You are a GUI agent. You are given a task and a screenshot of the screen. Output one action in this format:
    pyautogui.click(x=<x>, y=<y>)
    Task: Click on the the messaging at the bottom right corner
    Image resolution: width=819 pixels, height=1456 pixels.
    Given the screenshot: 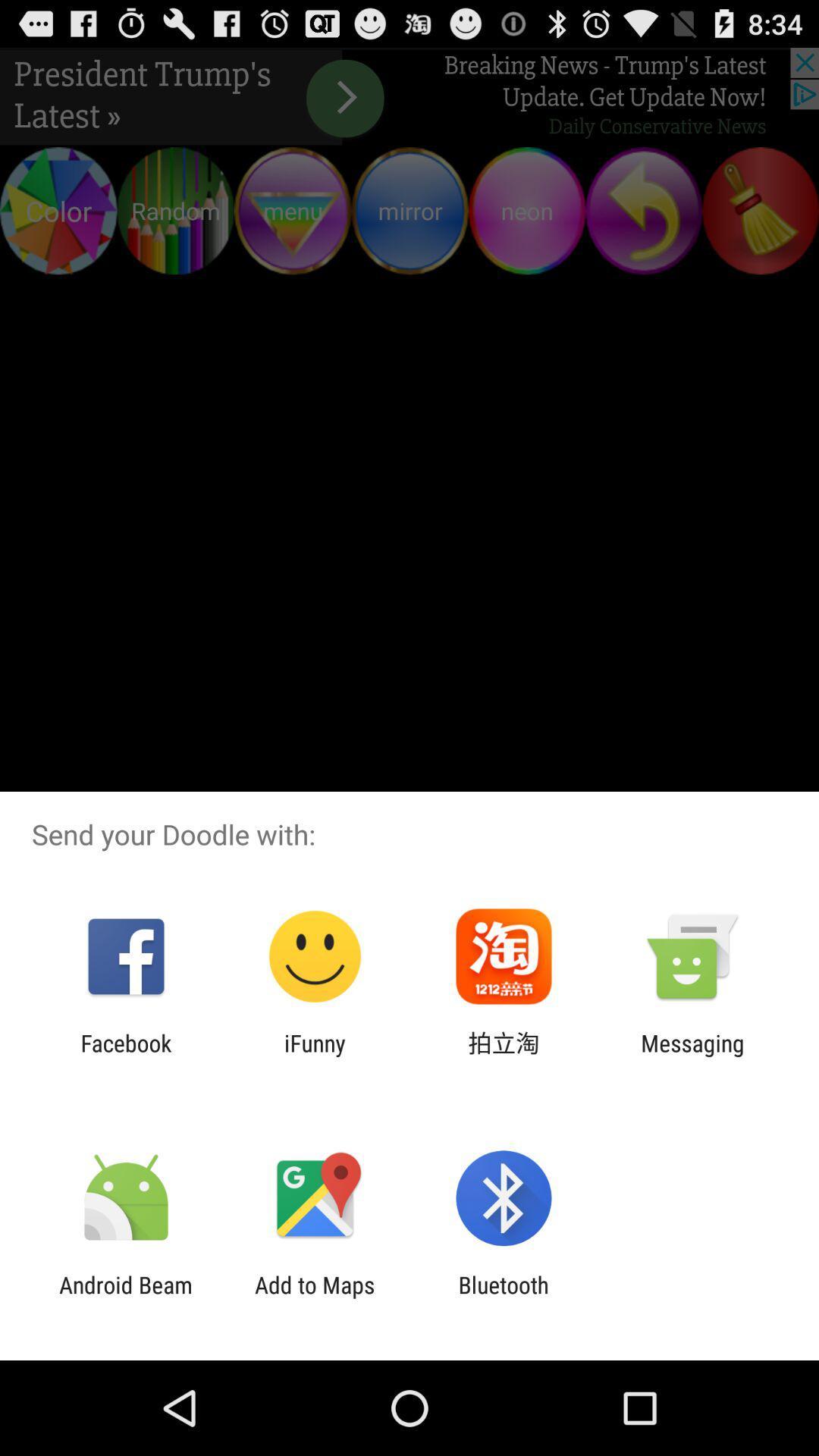 What is the action you would take?
    pyautogui.click(x=692, y=1056)
    